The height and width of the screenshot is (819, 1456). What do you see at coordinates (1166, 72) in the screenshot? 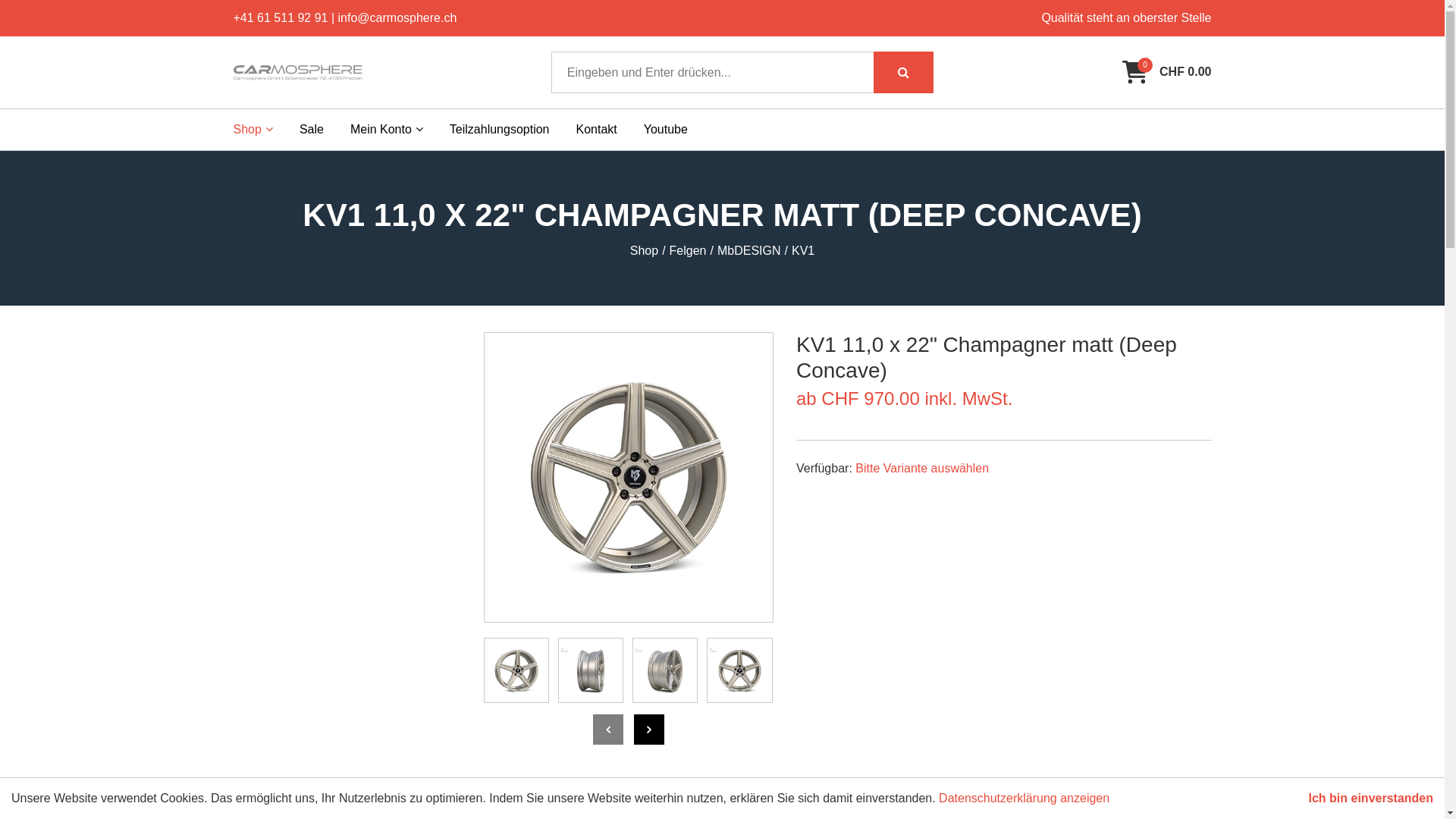
I see `'0` at bounding box center [1166, 72].